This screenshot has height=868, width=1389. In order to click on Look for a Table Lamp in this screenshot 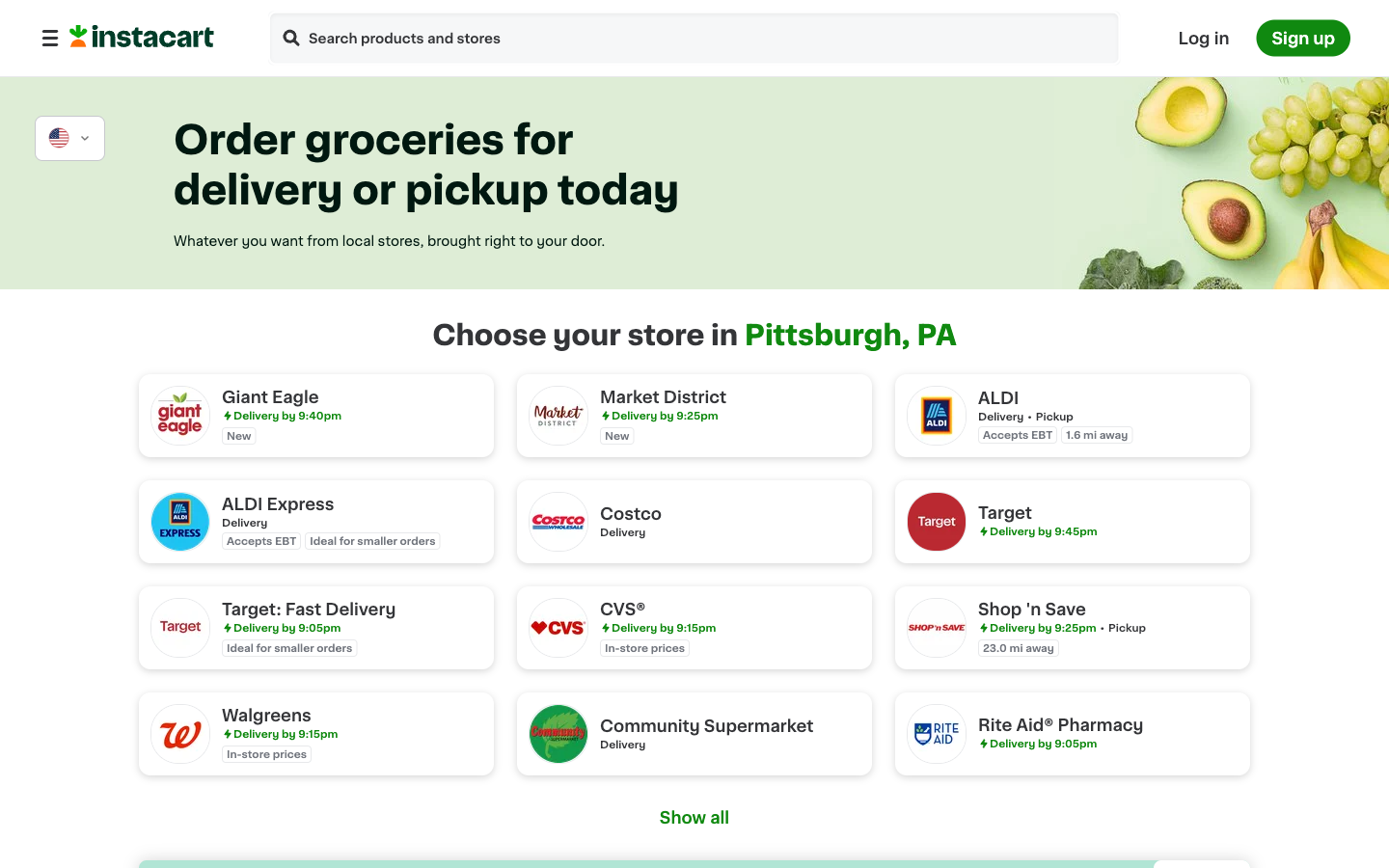, I will do `click(290, 39)`.